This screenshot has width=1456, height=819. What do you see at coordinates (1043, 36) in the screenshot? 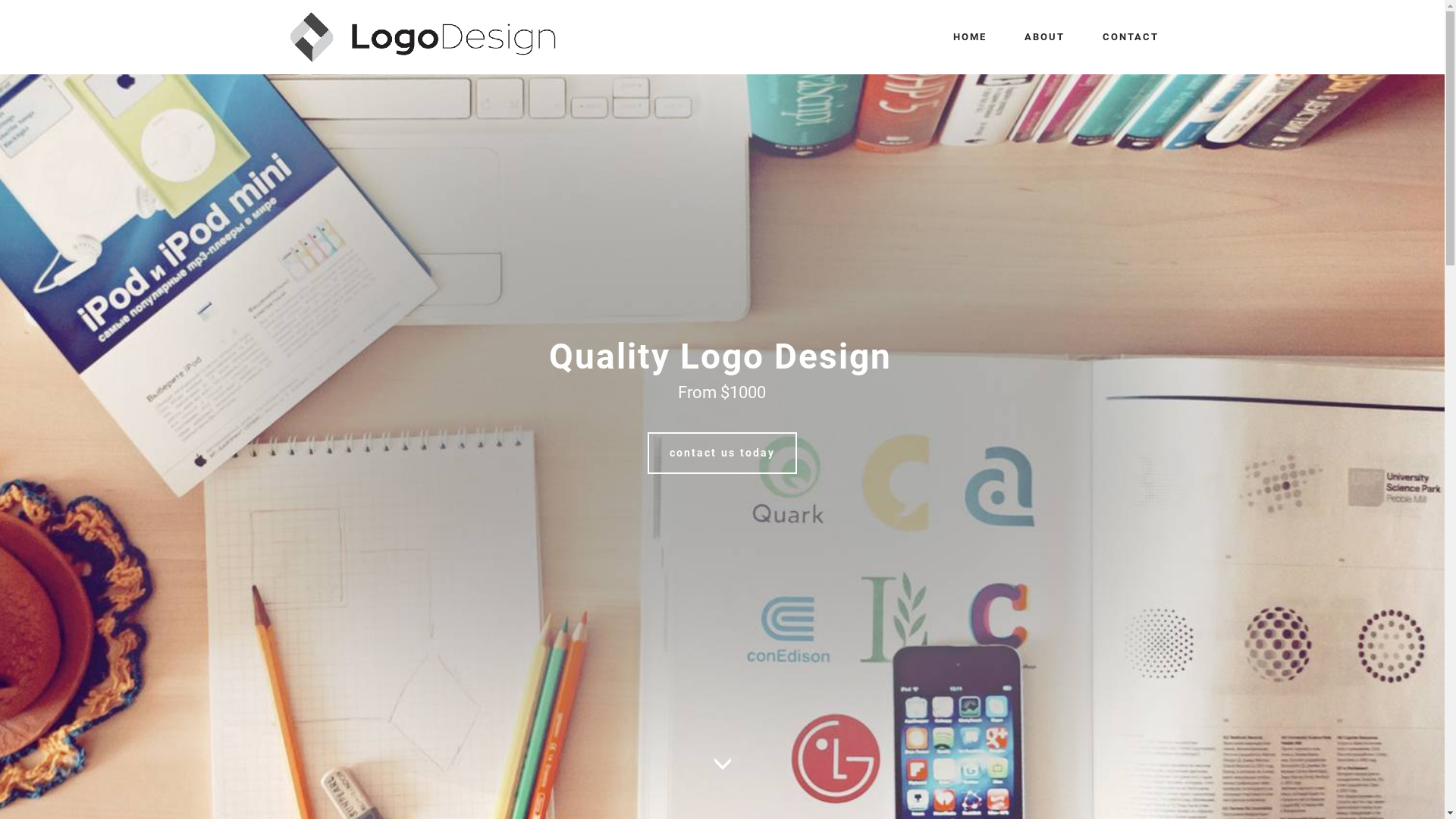
I see `'ABOUT'` at bounding box center [1043, 36].